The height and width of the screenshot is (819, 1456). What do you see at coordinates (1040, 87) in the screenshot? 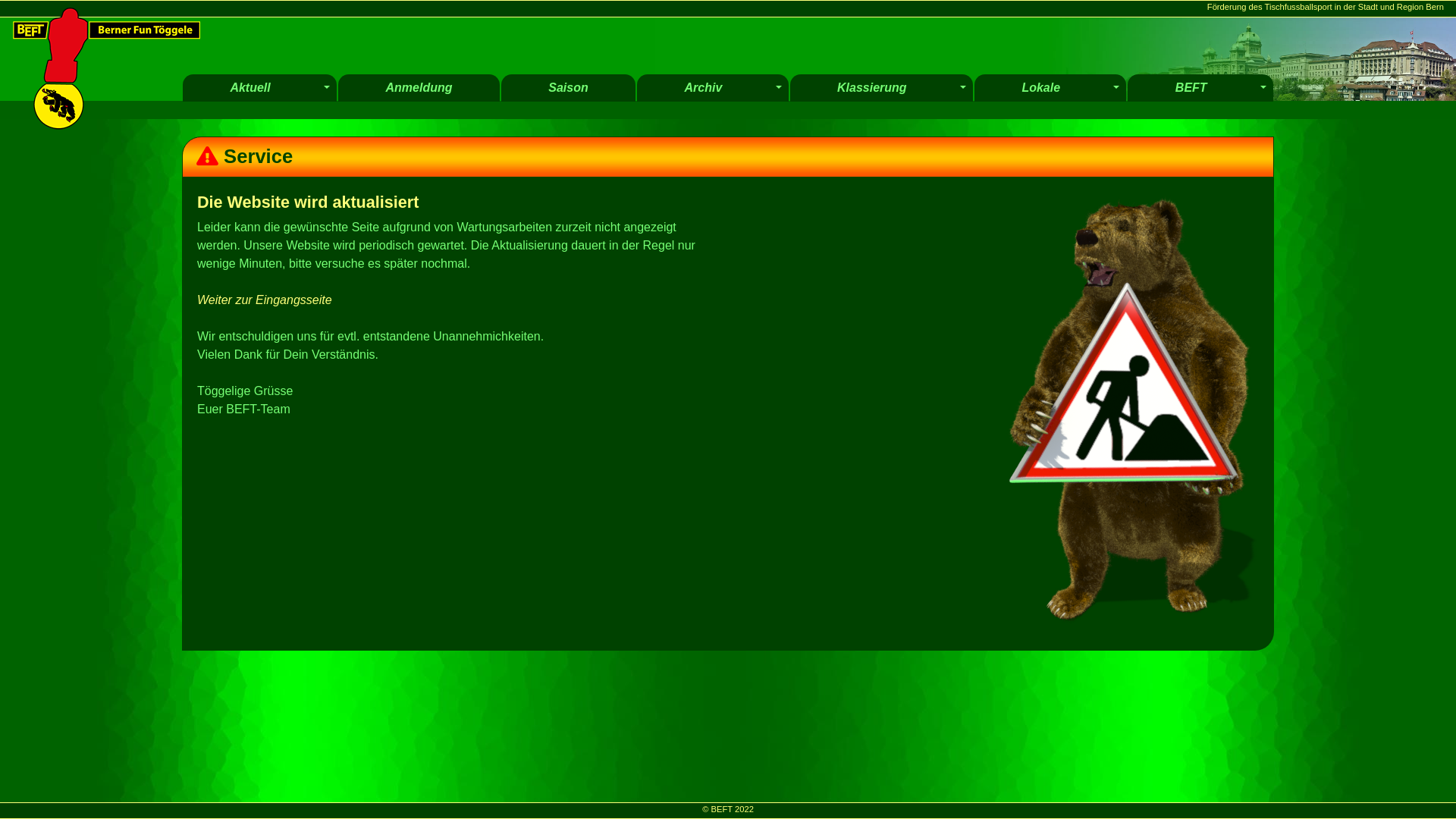
I see `'Lokale'` at bounding box center [1040, 87].